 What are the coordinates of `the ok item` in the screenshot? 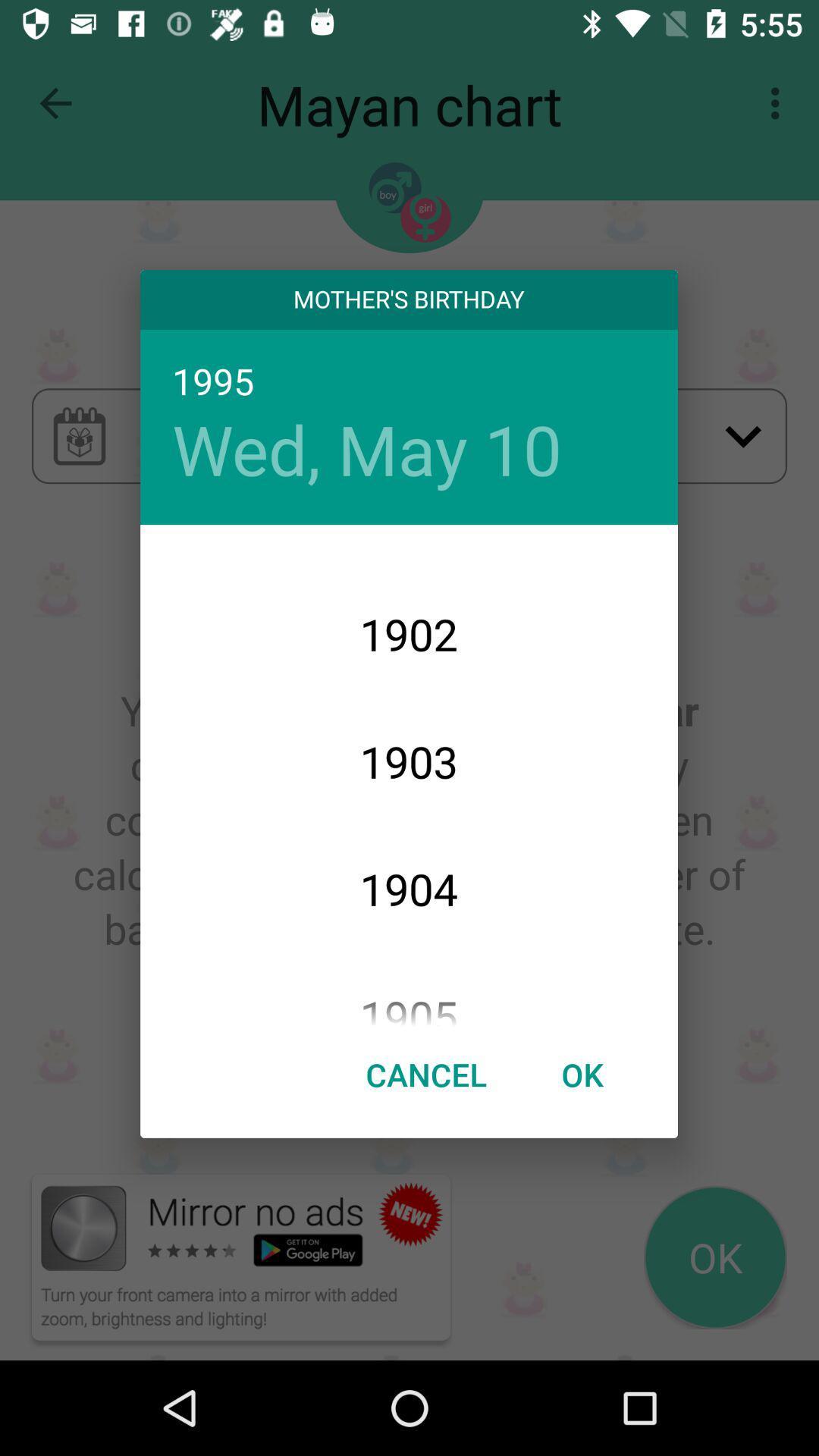 It's located at (581, 1073).